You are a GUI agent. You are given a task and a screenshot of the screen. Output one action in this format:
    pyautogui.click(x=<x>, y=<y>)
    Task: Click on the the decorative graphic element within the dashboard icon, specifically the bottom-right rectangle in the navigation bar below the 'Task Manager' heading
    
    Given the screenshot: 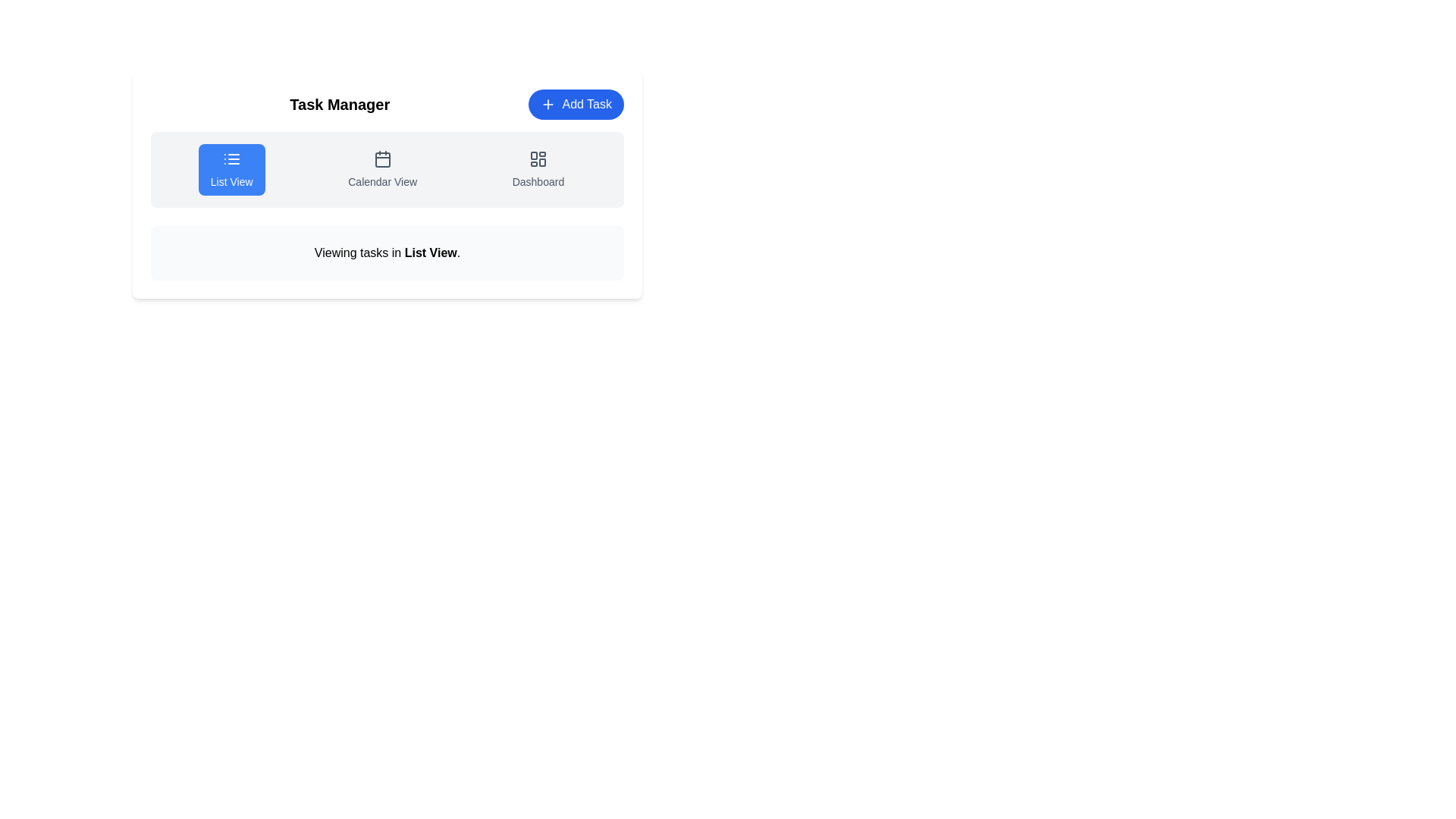 What is the action you would take?
    pyautogui.click(x=542, y=162)
    